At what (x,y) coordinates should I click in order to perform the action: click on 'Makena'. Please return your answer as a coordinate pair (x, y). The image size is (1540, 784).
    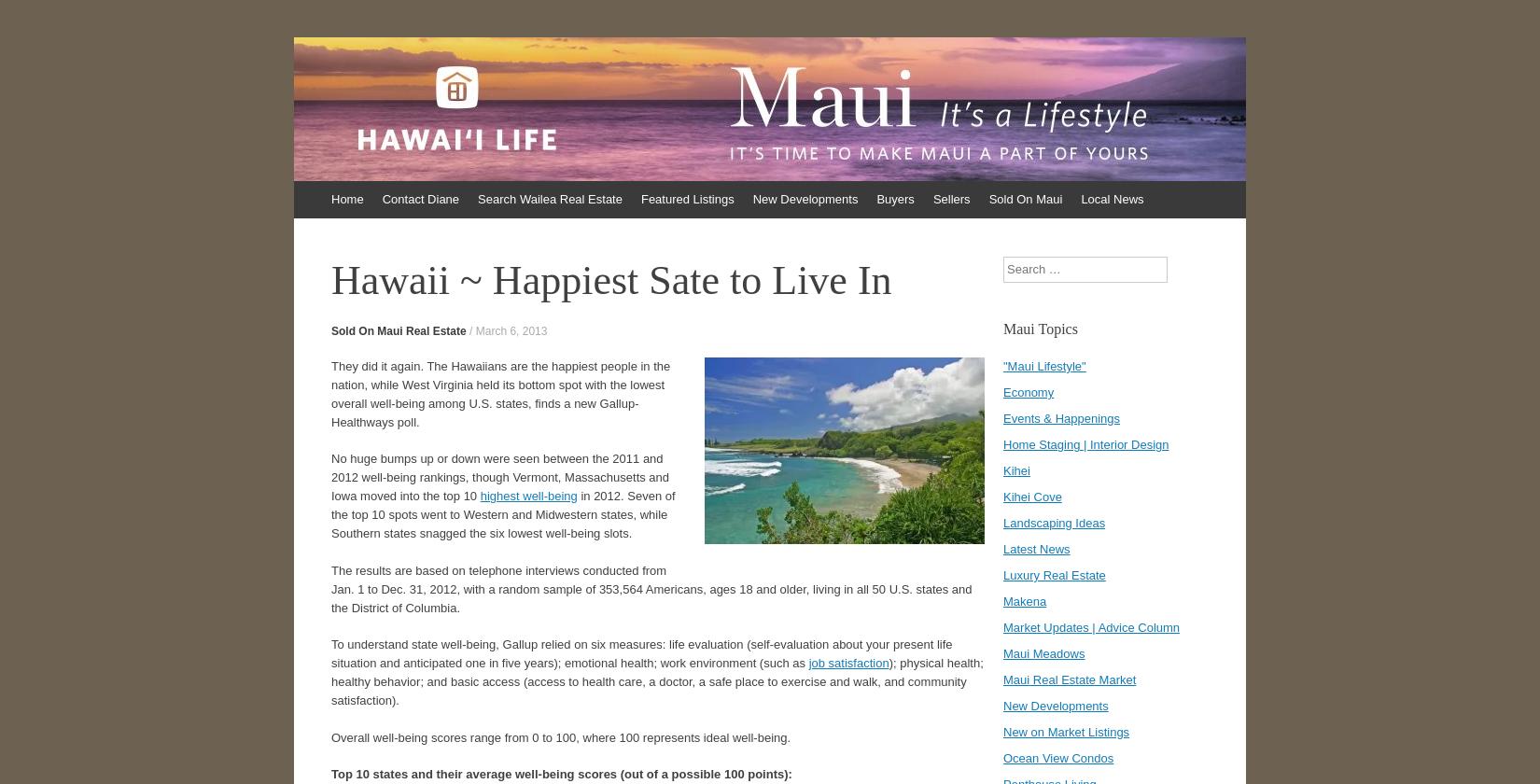
    Looking at the image, I should click on (1025, 601).